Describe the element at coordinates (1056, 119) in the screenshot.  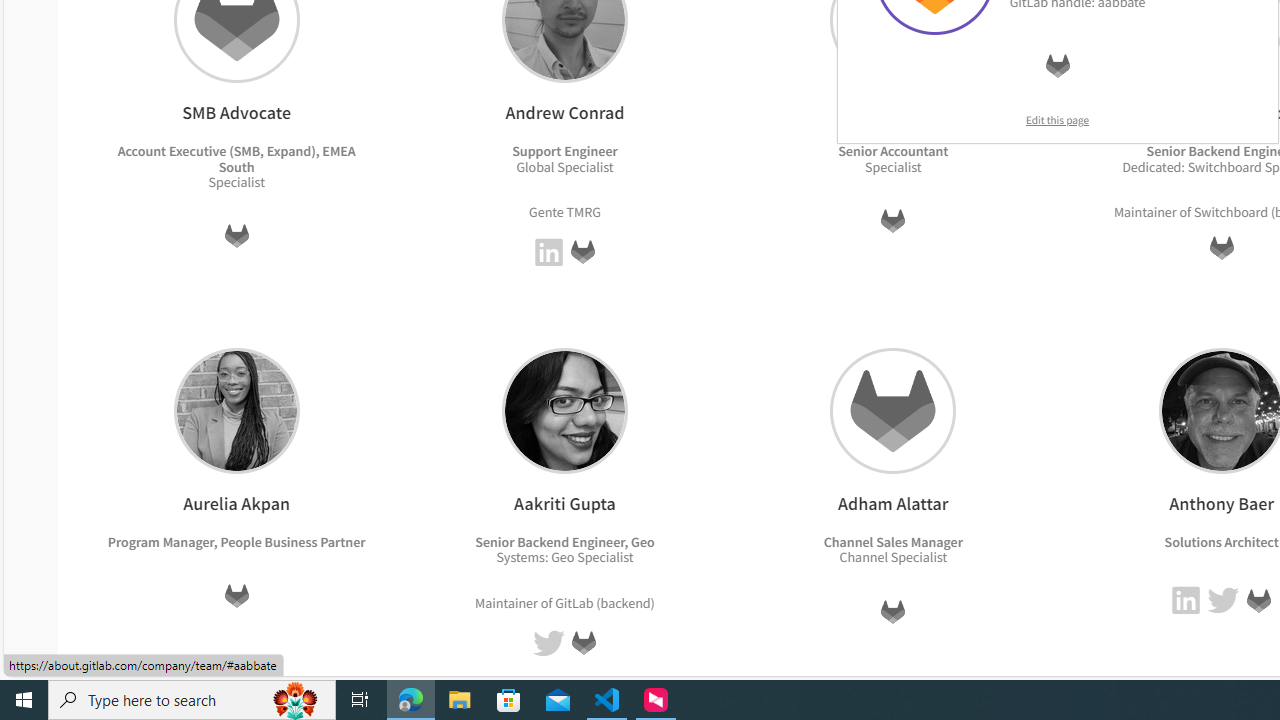
I see `'Edit this page'` at that location.